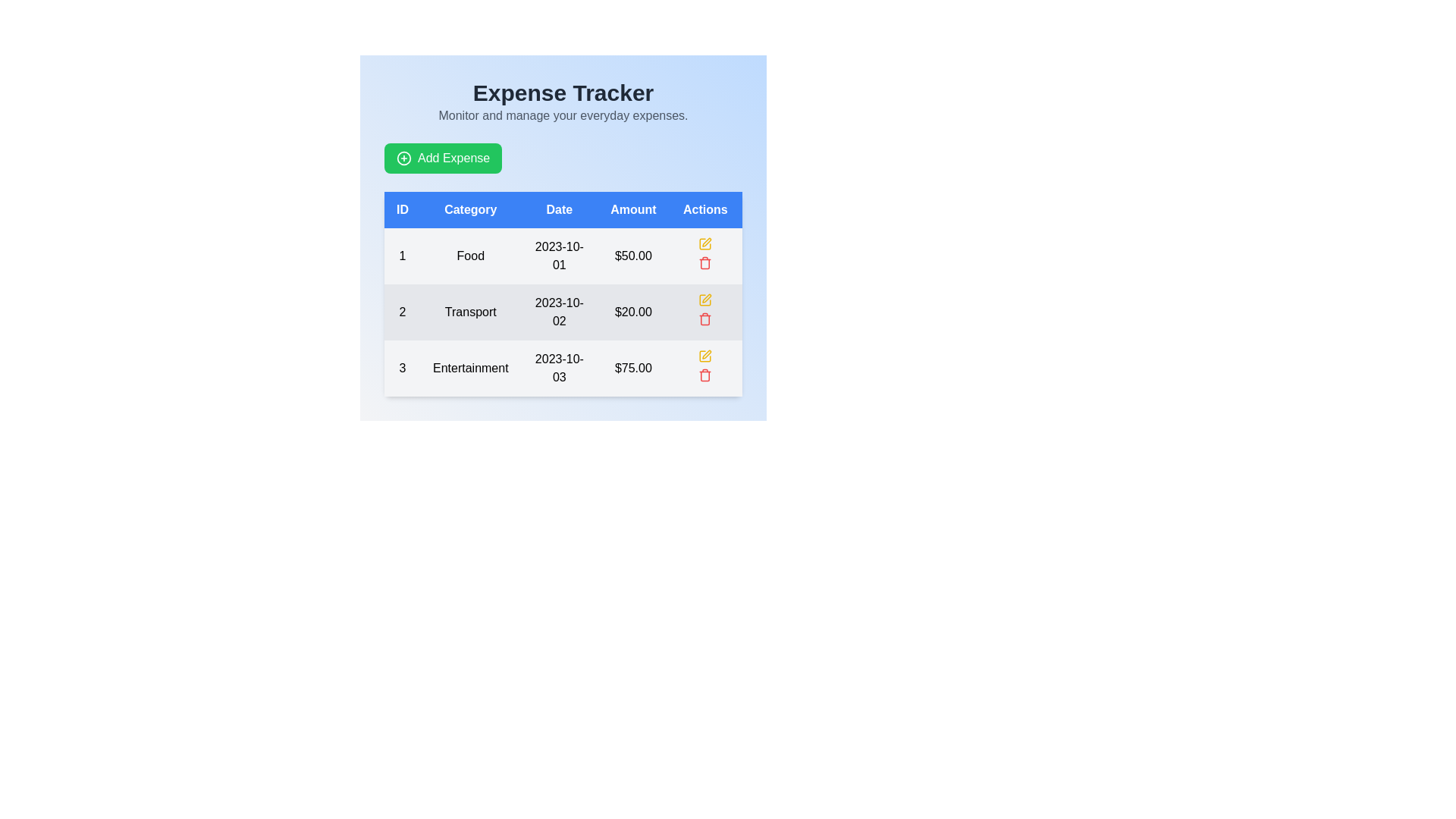  Describe the element at coordinates (558, 312) in the screenshot. I see `the non-interactive Text label displaying the date '2023-10-02', located in the 'Date' column of the second row in the table` at that location.